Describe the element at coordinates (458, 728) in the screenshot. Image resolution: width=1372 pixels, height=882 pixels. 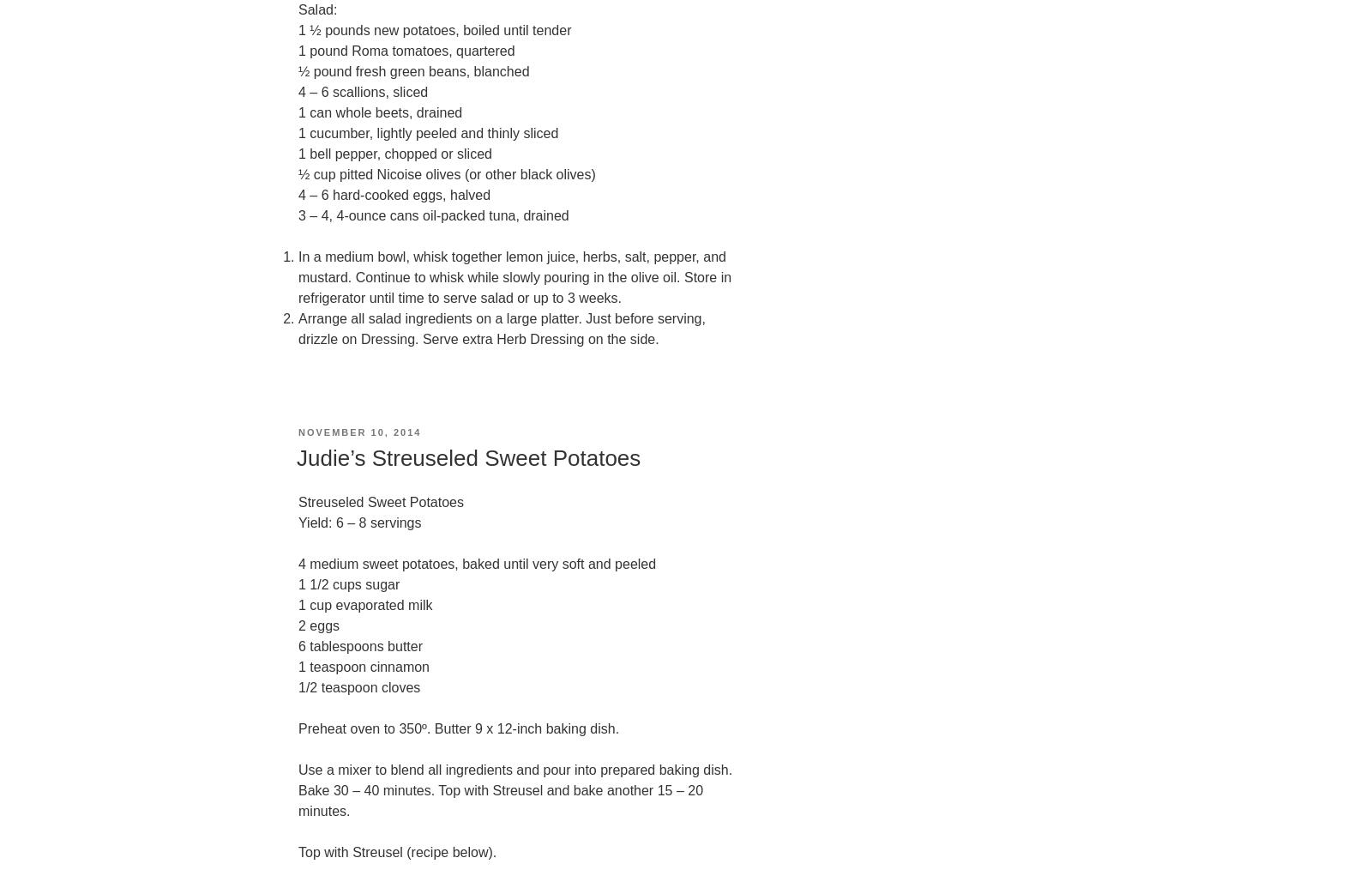
I see `'Preheat oven to 350º. Butter 9 x 12-inch baking dish.'` at that location.